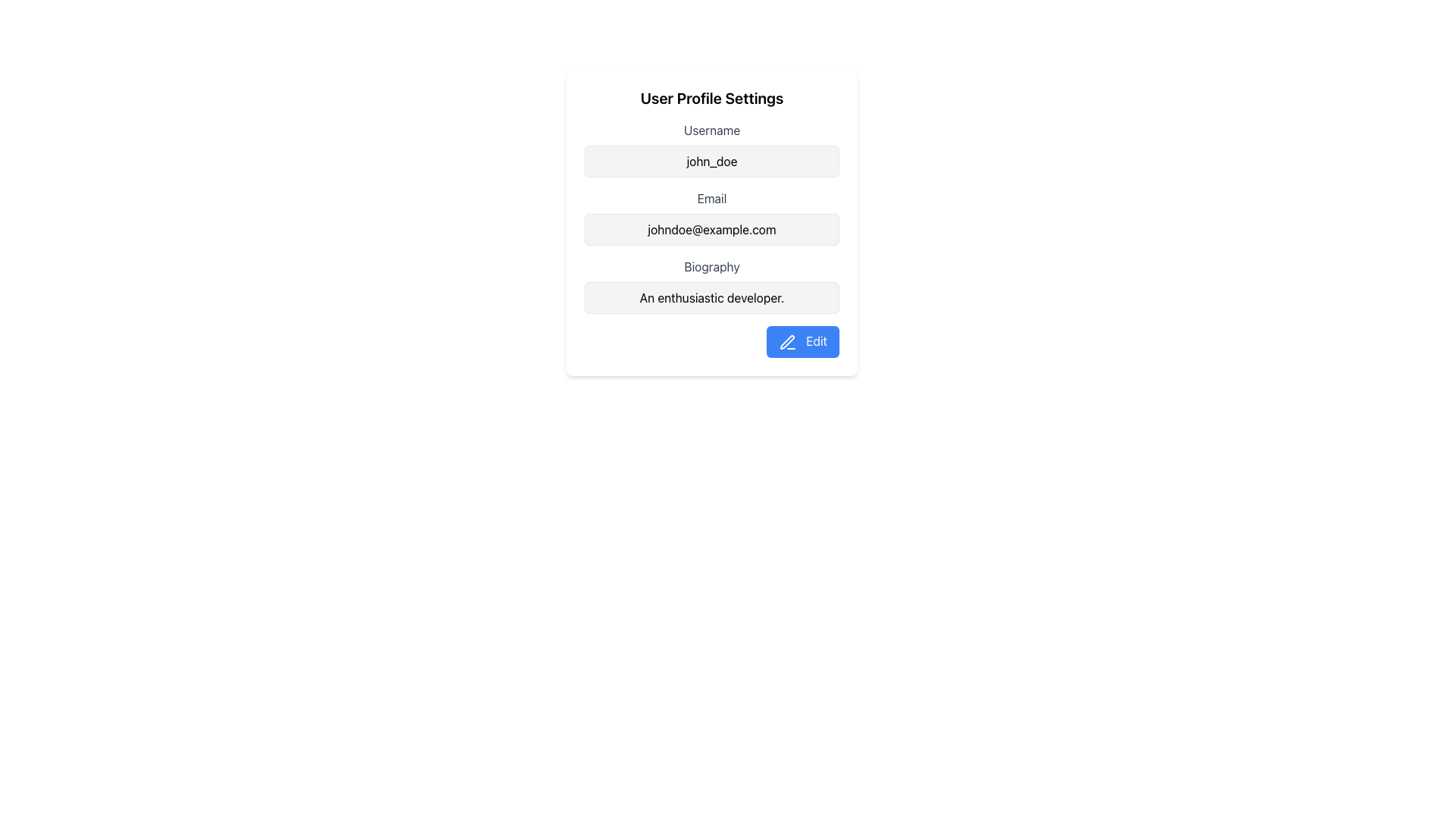 Image resolution: width=1456 pixels, height=819 pixels. Describe the element at coordinates (711, 286) in the screenshot. I see `the Static content display area that shows the user's biography, located in the User Profile Settings card, positioned below the Email section and above the Edit button` at that location.